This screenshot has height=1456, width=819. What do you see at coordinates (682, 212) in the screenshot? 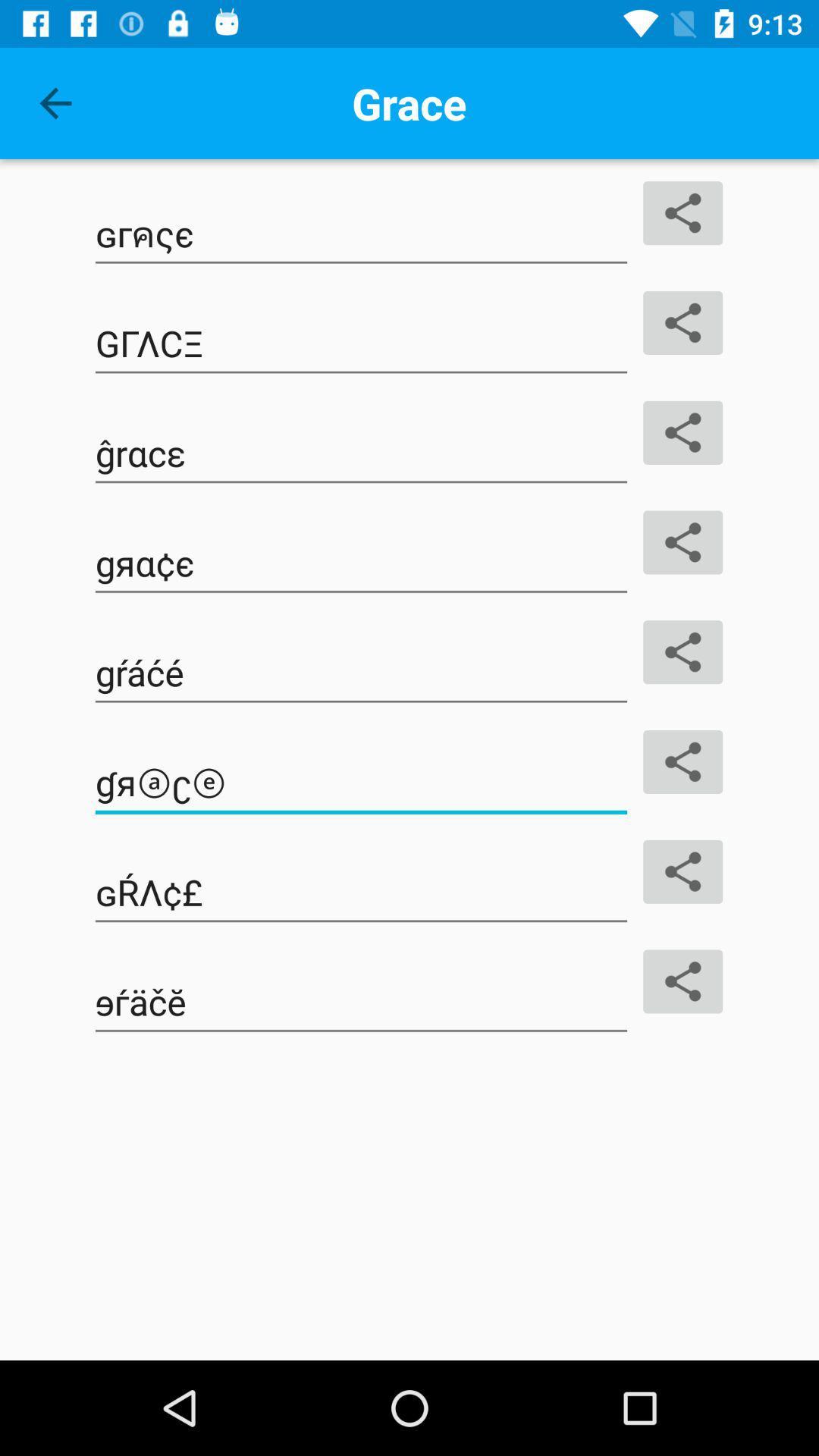
I see `the share icon` at bounding box center [682, 212].